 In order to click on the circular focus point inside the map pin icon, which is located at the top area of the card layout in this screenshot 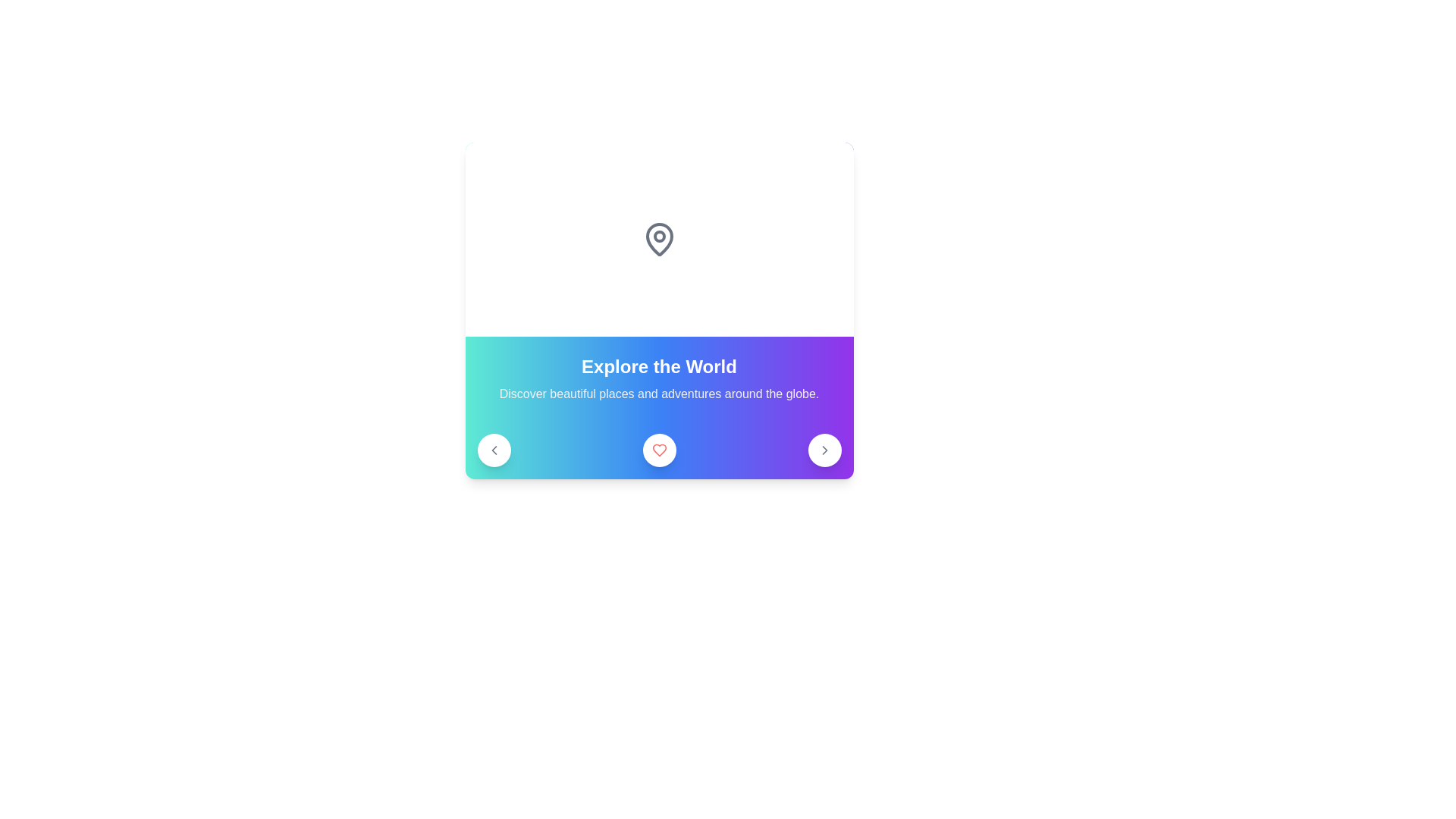, I will do `click(659, 237)`.